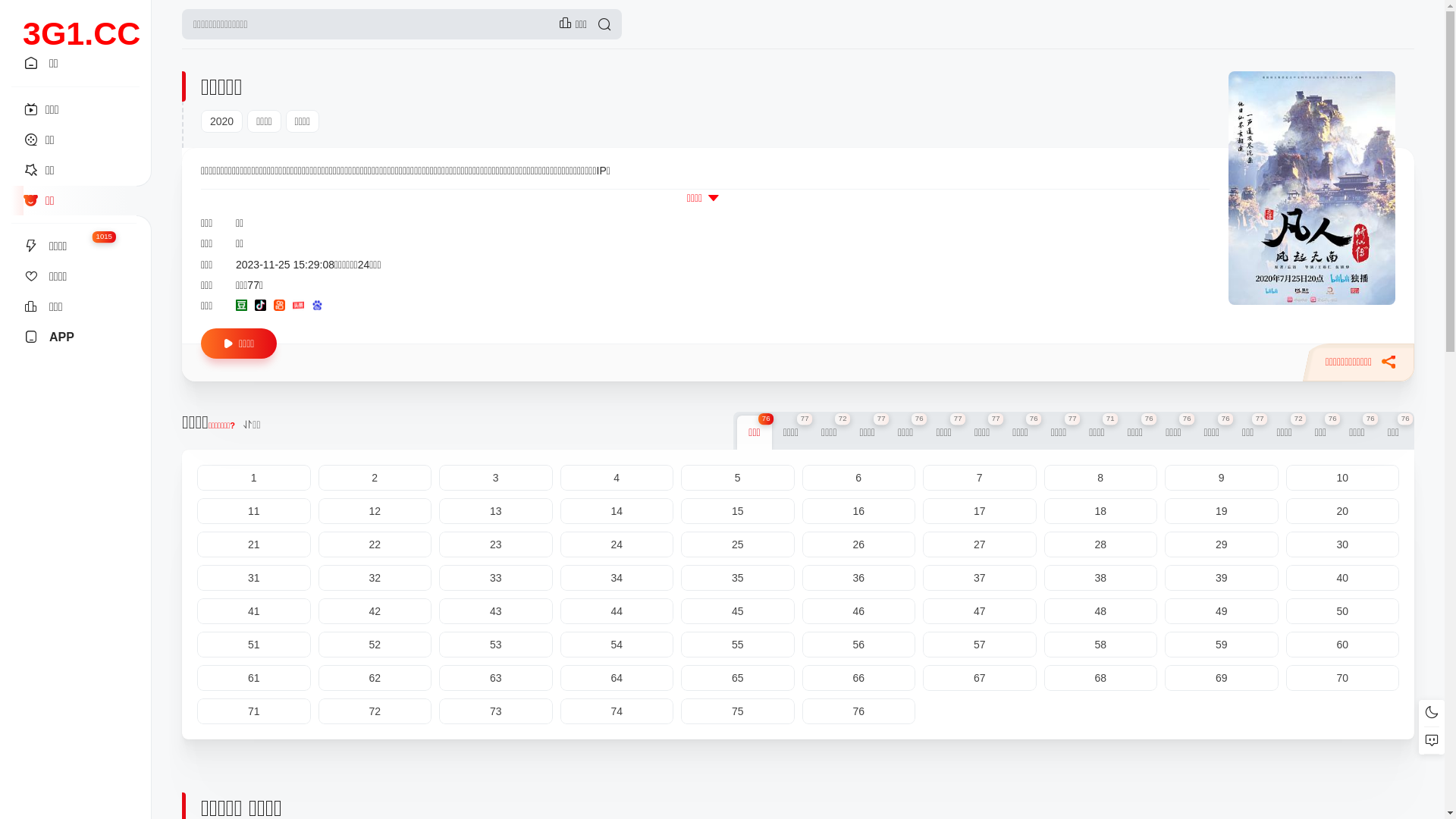 The image size is (1456, 819). What do you see at coordinates (196, 578) in the screenshot?
I see `'31'` at bounding box center [196, 578].